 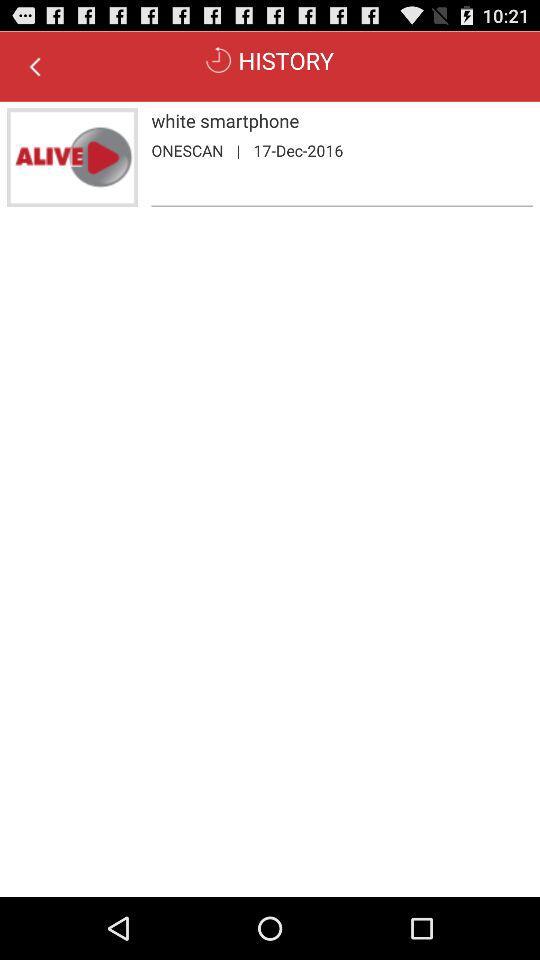 I want to click on app below the white smartphone icon, so click(x=297, y=149).